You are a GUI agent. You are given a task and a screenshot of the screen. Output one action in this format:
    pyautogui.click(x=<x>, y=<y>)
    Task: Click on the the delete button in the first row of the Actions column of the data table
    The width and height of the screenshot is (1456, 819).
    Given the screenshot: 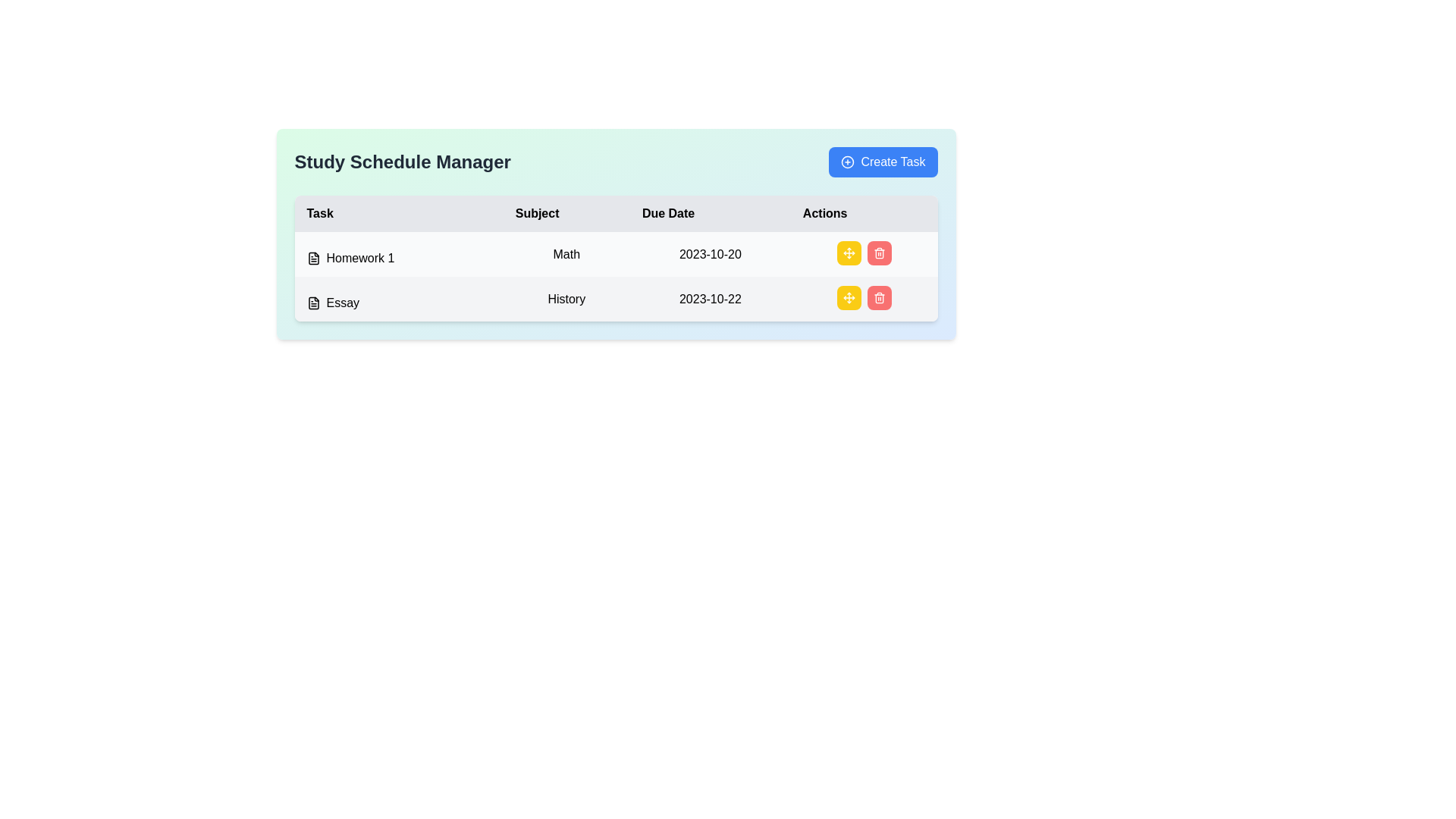 What is the action you would take?
    pyautogui.click(x=879, y=253)
    